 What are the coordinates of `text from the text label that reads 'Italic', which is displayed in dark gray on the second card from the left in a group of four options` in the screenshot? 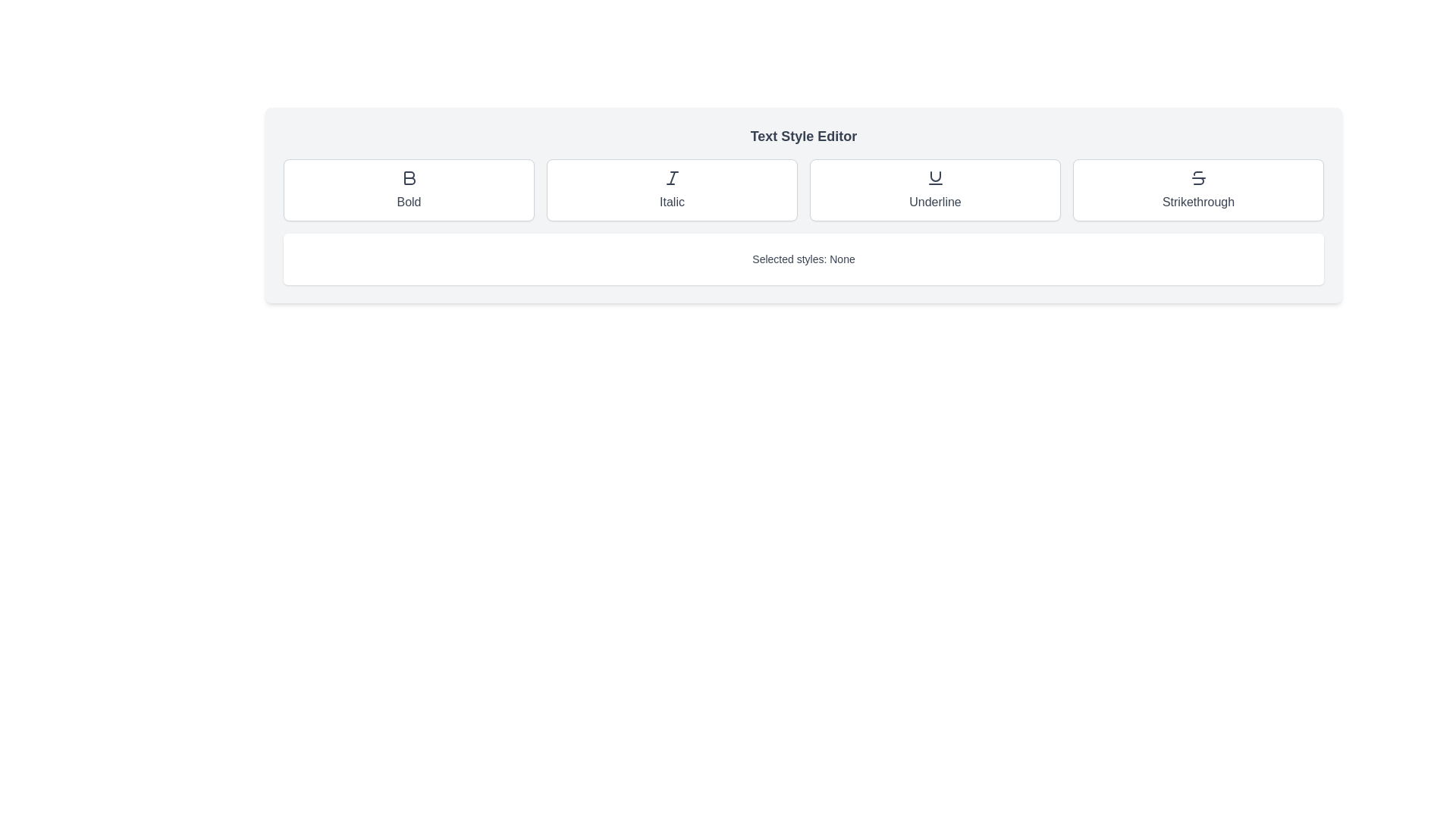 It's located at (671, 201).